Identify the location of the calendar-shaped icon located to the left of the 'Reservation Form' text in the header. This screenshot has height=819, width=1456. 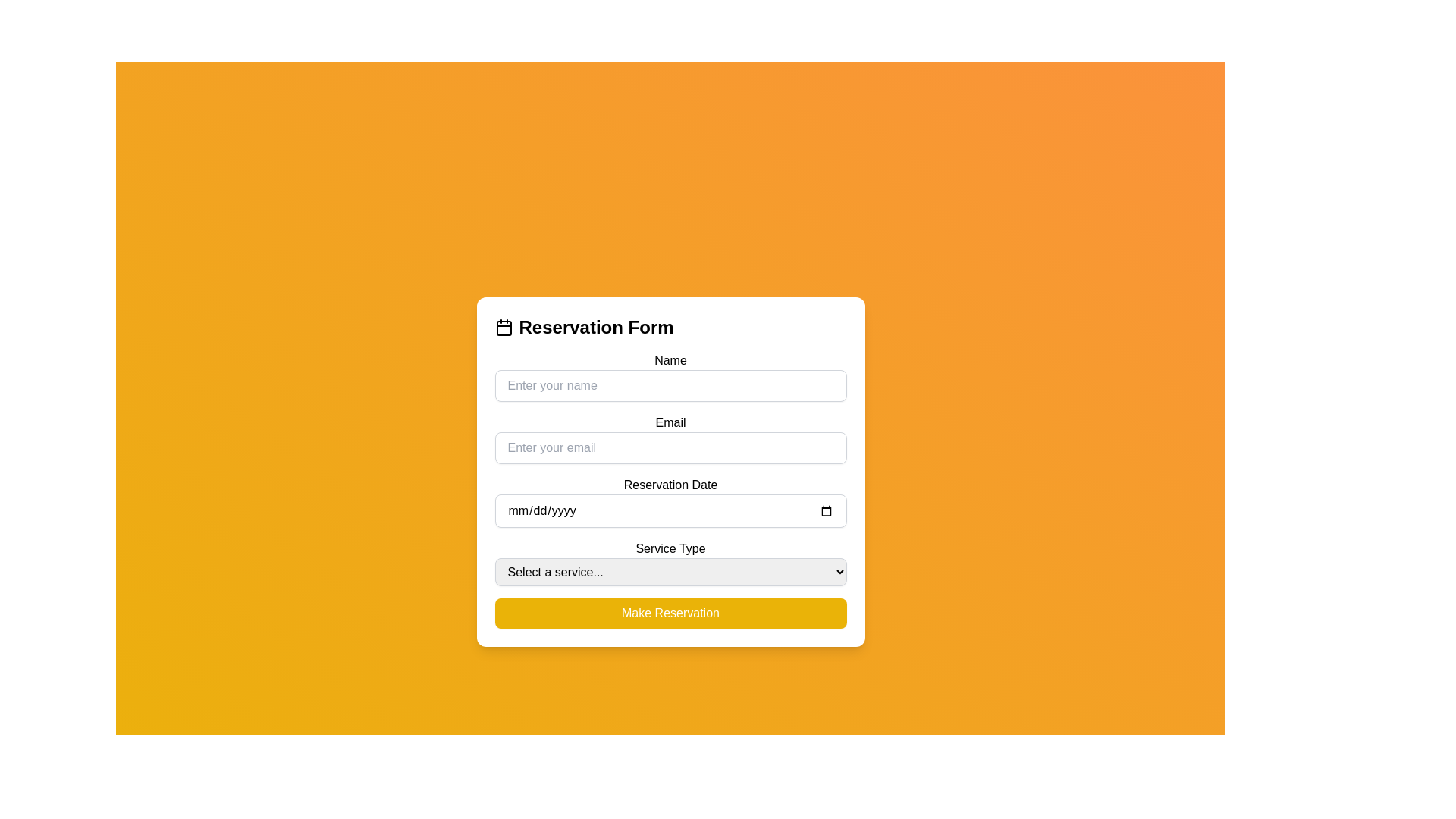
(504, 326).